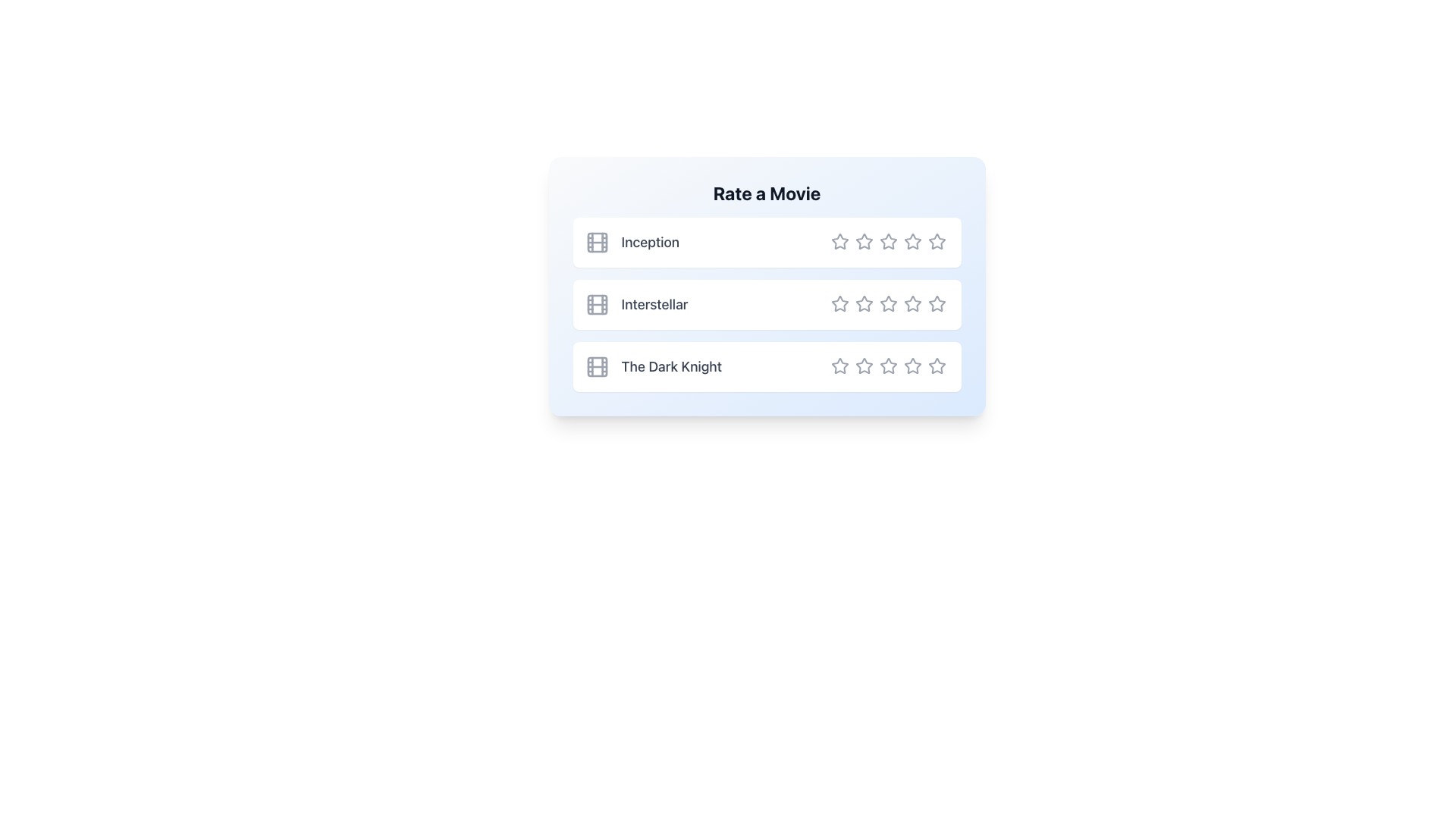 The image size is (1456, 819). Describe the element at coordinates (632, 242) in the screenshot. I see `text label 'Inception' which is the first row in a vertical list of movie titles, accompanied by a film icon on the left and star icons for rating on the right` at that location.